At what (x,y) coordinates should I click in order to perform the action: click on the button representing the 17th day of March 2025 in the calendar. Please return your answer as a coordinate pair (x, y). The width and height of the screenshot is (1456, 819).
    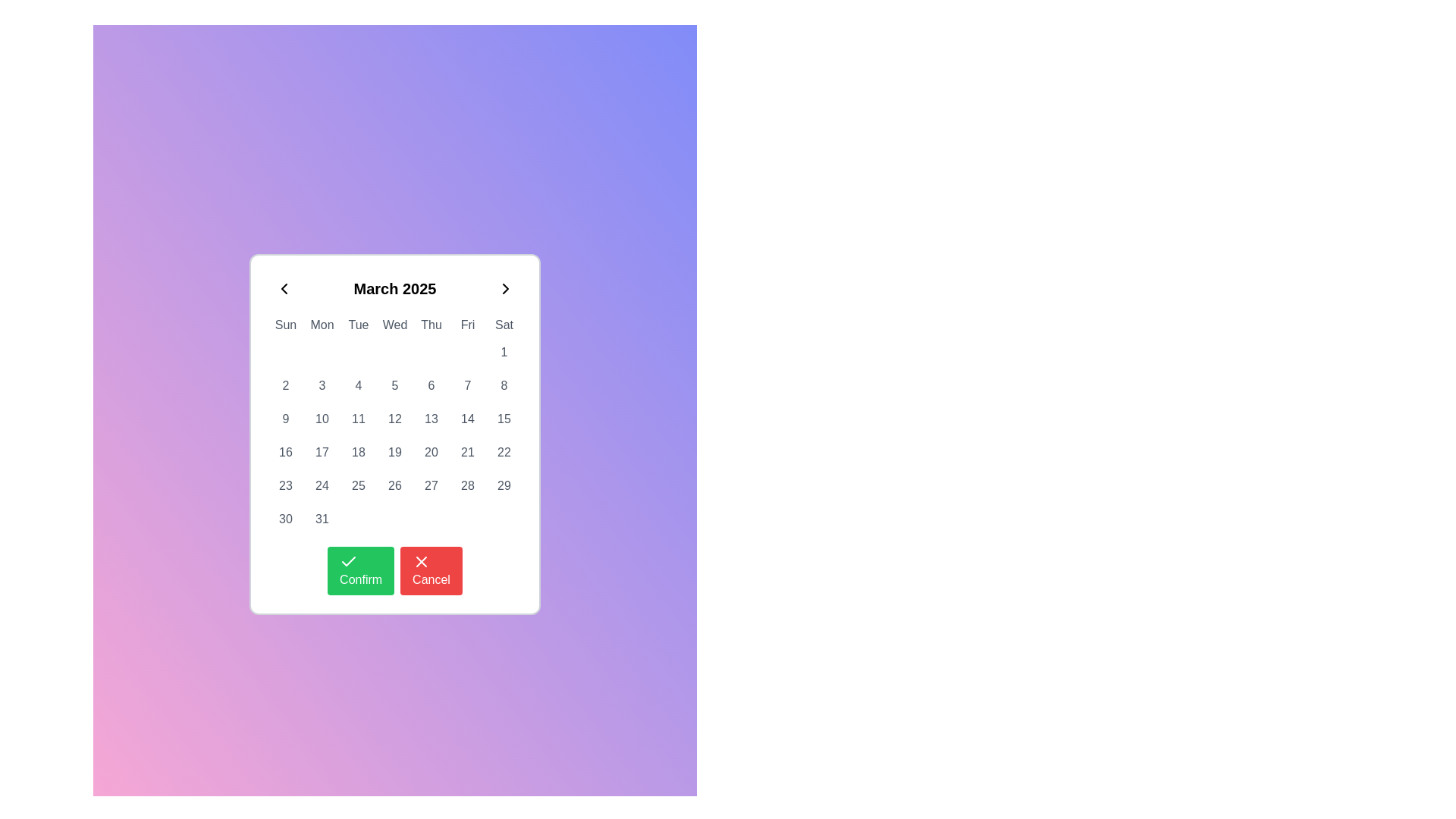
    Looking at the image, I should click on (322, 452).